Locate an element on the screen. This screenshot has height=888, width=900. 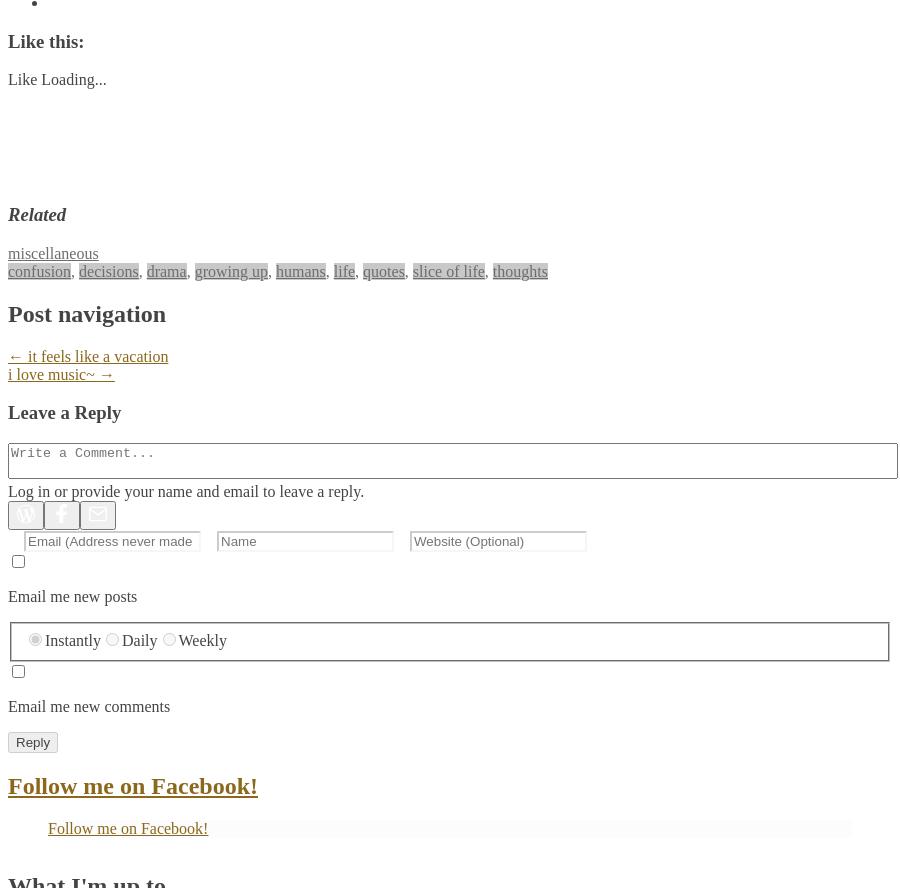
'i love music~' is located at coordinates (52, 373).